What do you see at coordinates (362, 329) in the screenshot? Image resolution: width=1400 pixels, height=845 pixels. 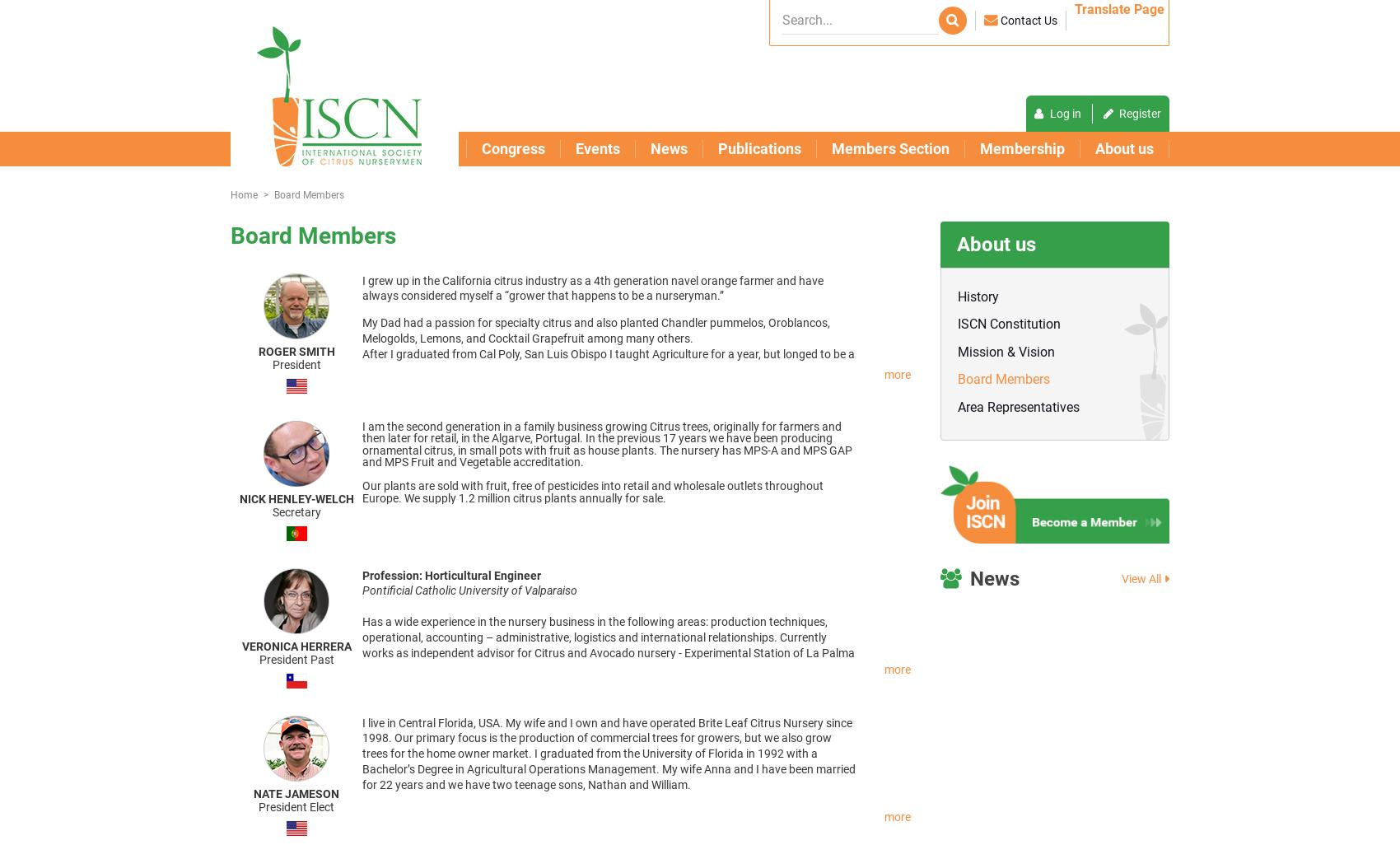 I see `'My Dad had a passion for specialty citrus and also planted Chandler pummelos, Oroblancos, Melogolds, Lemons, and Cocktail Grapefruit among many others.'` at bounding box center [362, 329].